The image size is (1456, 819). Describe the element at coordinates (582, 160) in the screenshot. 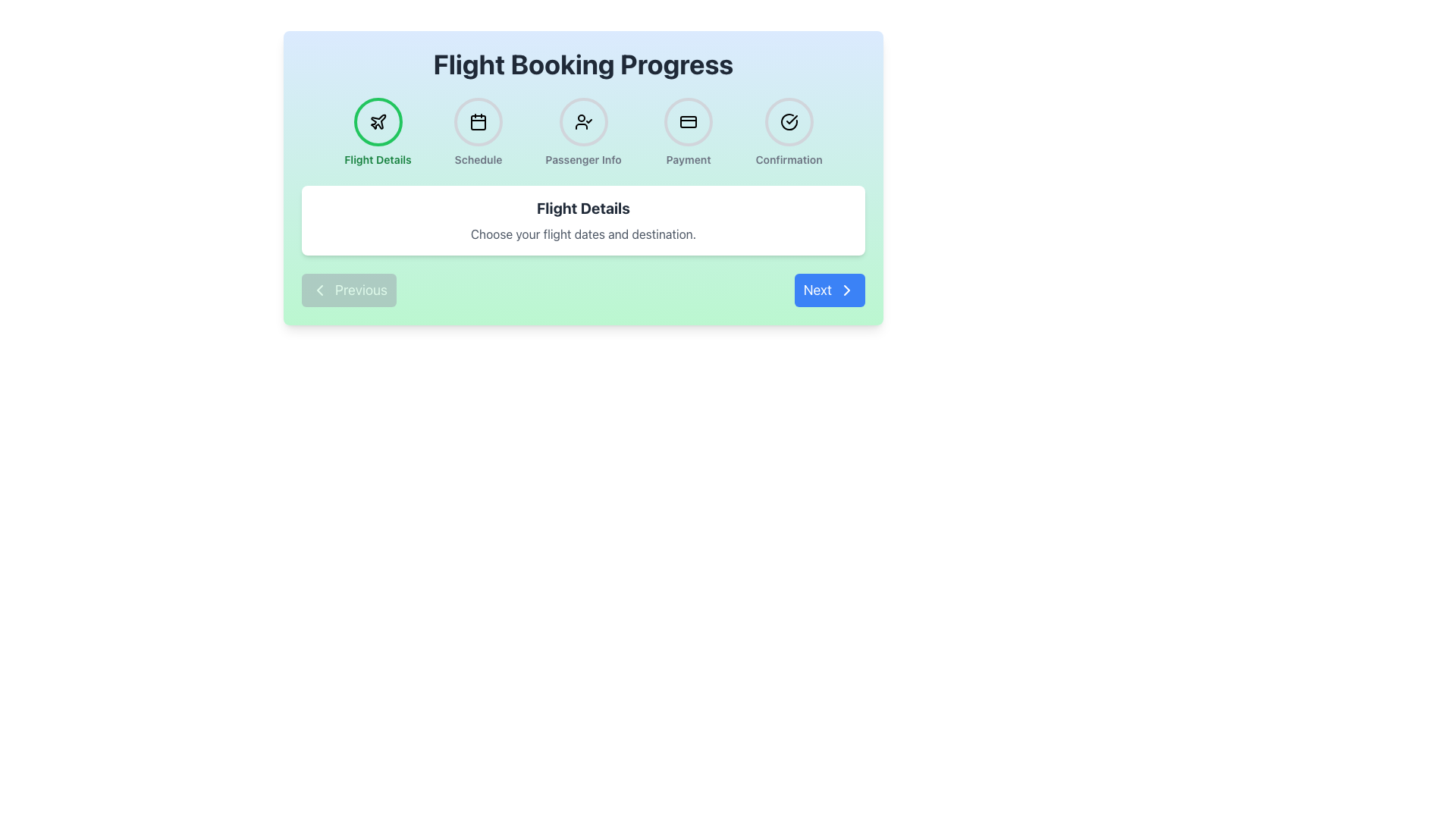

I see `the 'Passenger Info' text label, which is styled in bold, light gray font and positioned below a user icon with a checkmark, as part of a navigation sequence` at that location.